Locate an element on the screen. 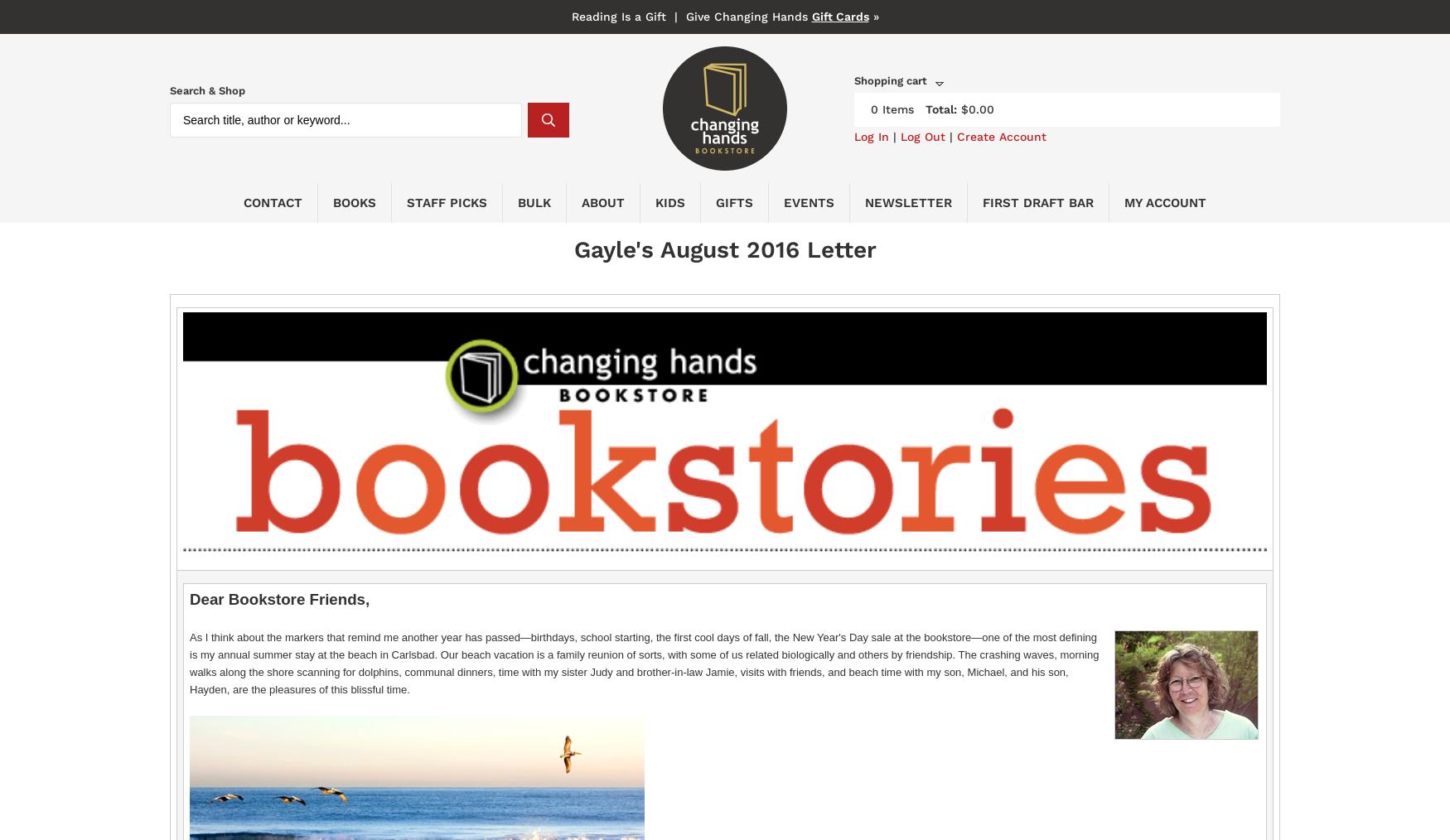 Image resolution: width=1450 pixels, height=840 pixels. 'MY ACCOUNT' is located at coordinates (1164, 201).